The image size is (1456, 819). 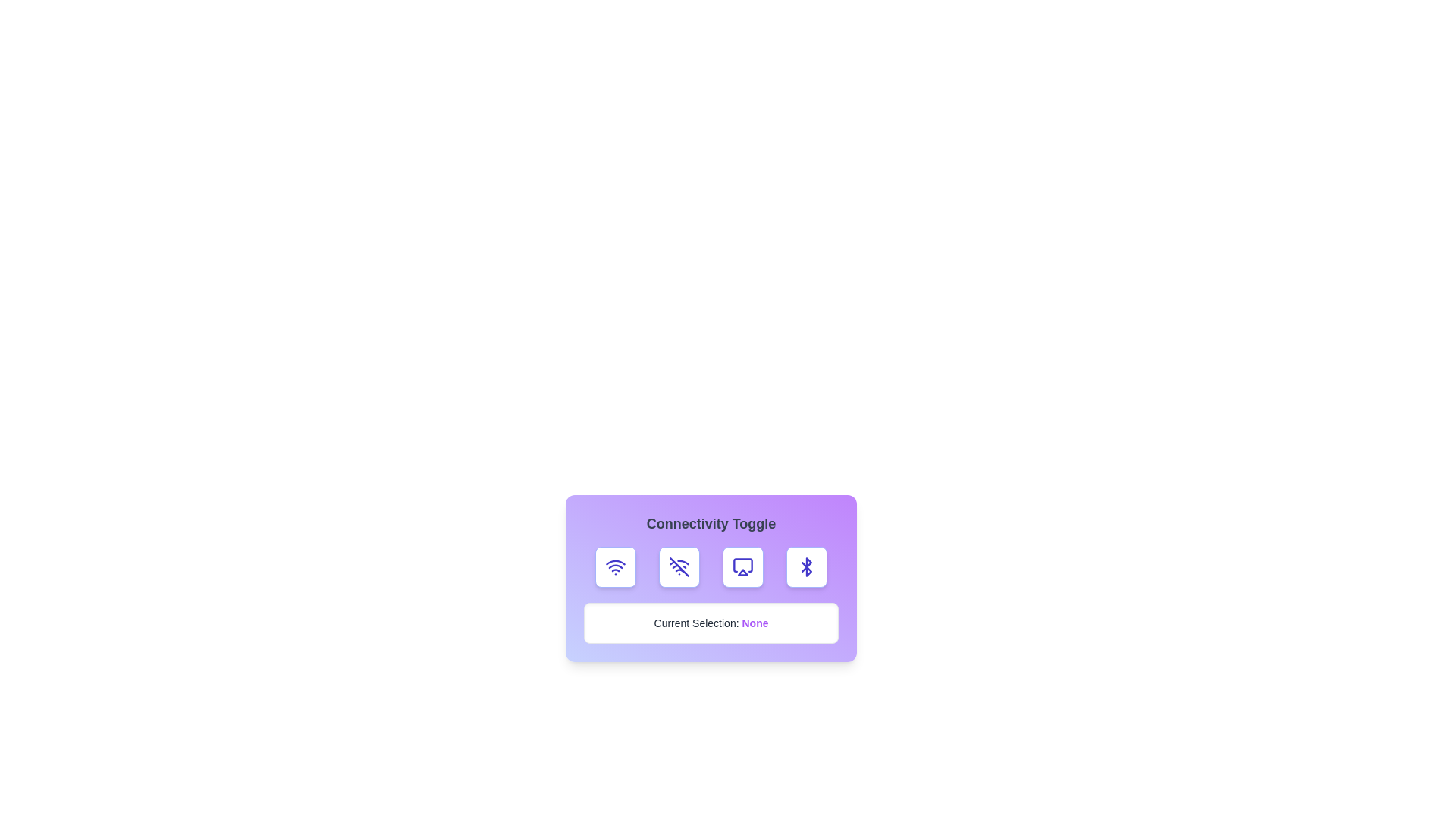 What do you see at coordinates (615, 567) in the screenshot?
I see `the connectivity option Wifi by clicking its corresponding button` at bounding box center [615, 567].